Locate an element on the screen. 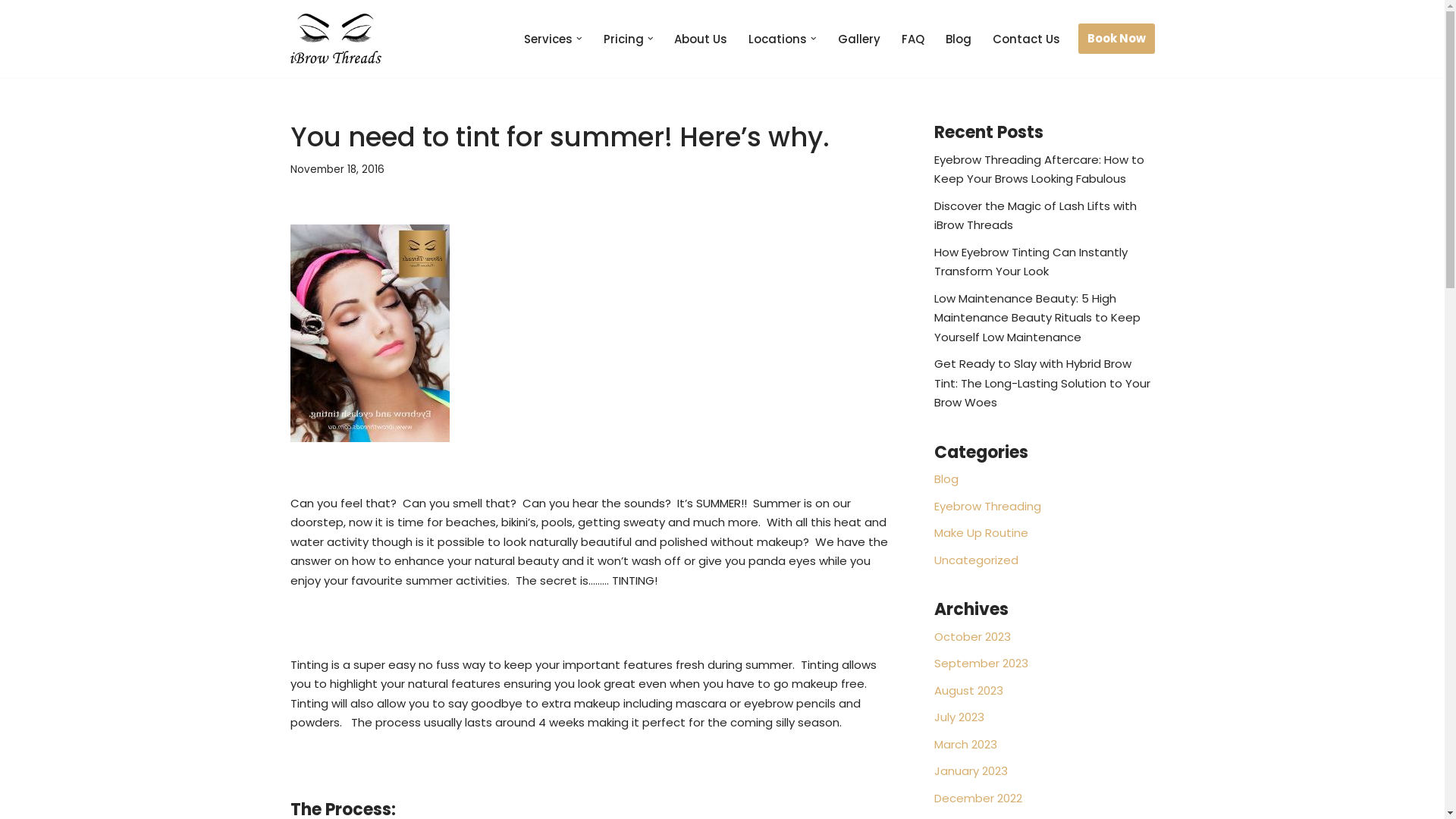  'Services' is located at coordinates (548, 38).